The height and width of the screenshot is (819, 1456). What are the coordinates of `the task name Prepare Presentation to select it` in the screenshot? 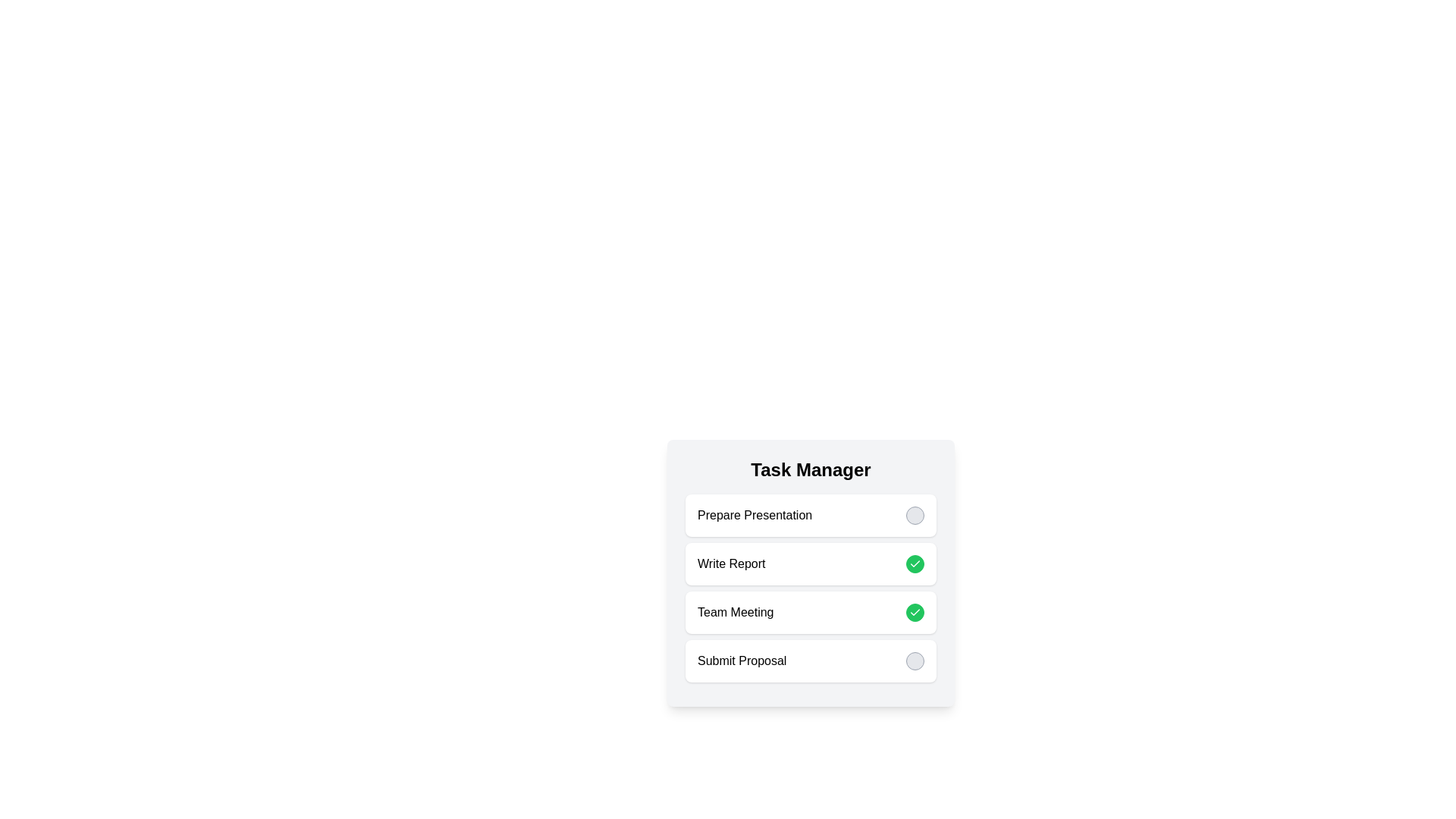 It's located at (755, 514).